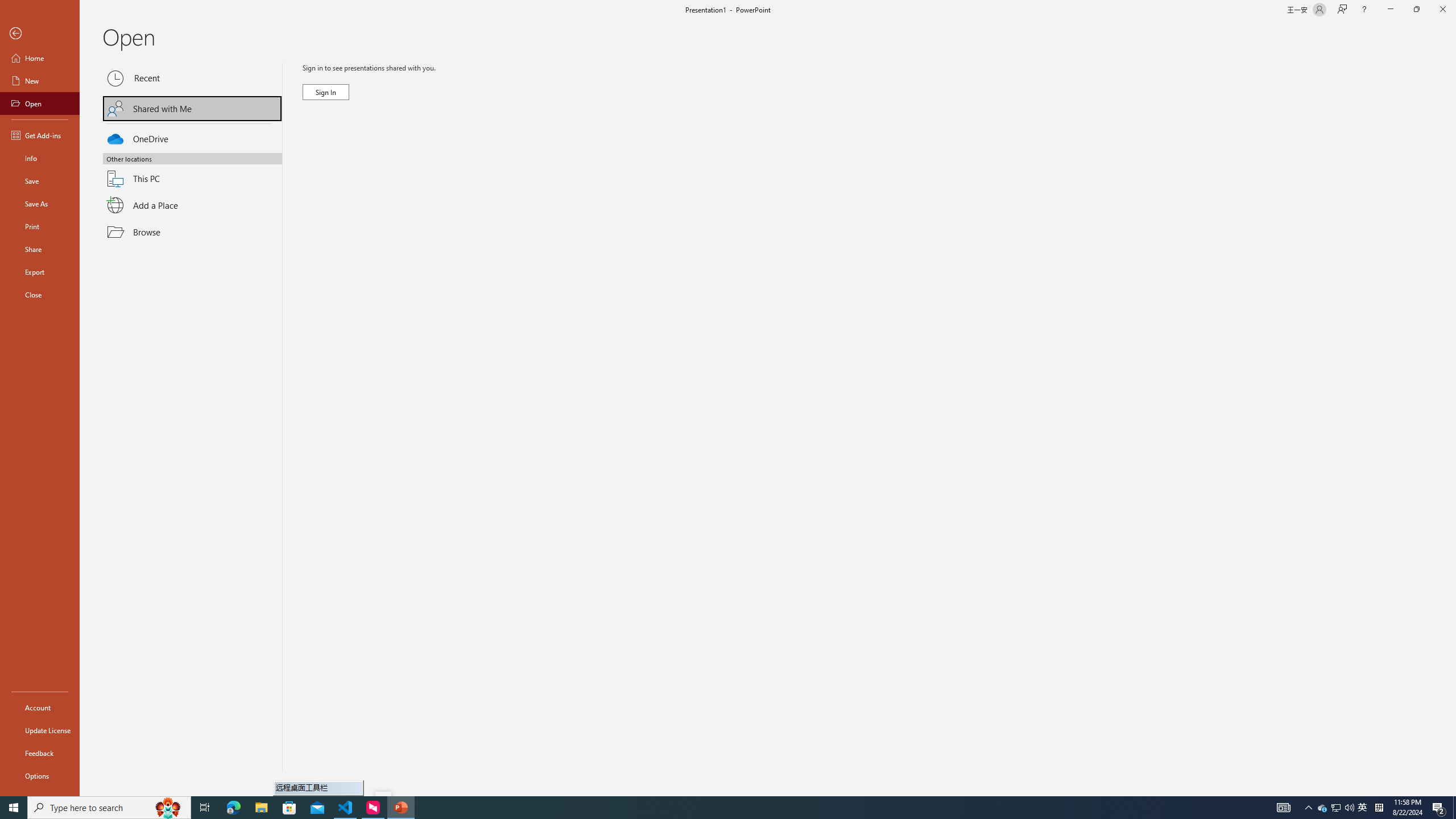 Image resolution: width=1456 pixels, height=819 pixels. What do you see at coordinates (39, 135) in the screenshot?
I see `'Get Add-ins'` at bounding box center [39, 135].